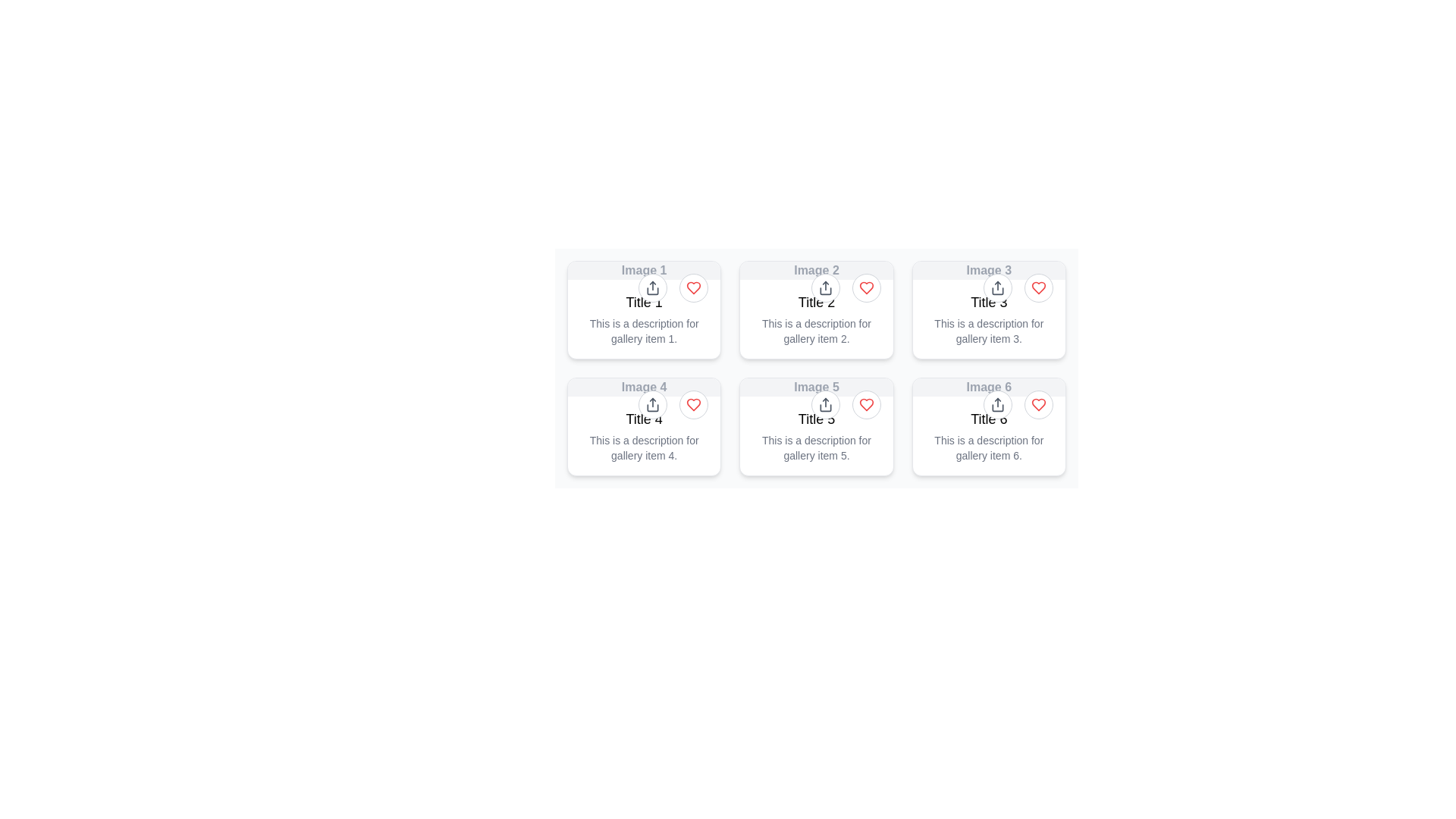 The height and width of the screenshot is (819, 1456). I want to click on the heart icon in the top-right corner of the second card, which is styled with a red heart symbol, so click(845, 288).